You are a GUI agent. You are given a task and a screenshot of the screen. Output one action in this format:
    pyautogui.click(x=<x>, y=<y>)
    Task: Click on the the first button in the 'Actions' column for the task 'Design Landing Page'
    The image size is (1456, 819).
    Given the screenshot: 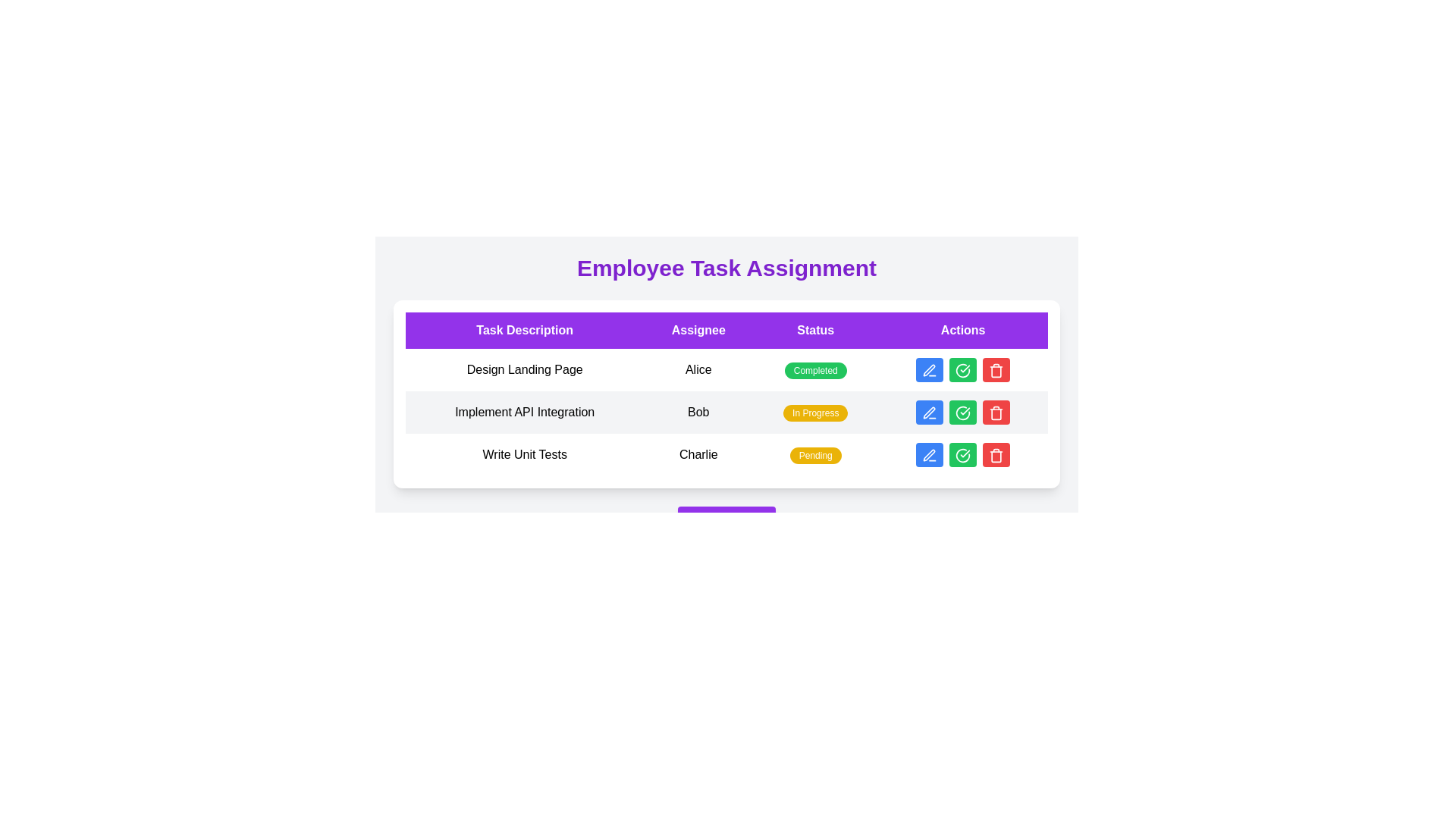 What is the action you would take?
    pyautogui.click(x=929, y=370)
    